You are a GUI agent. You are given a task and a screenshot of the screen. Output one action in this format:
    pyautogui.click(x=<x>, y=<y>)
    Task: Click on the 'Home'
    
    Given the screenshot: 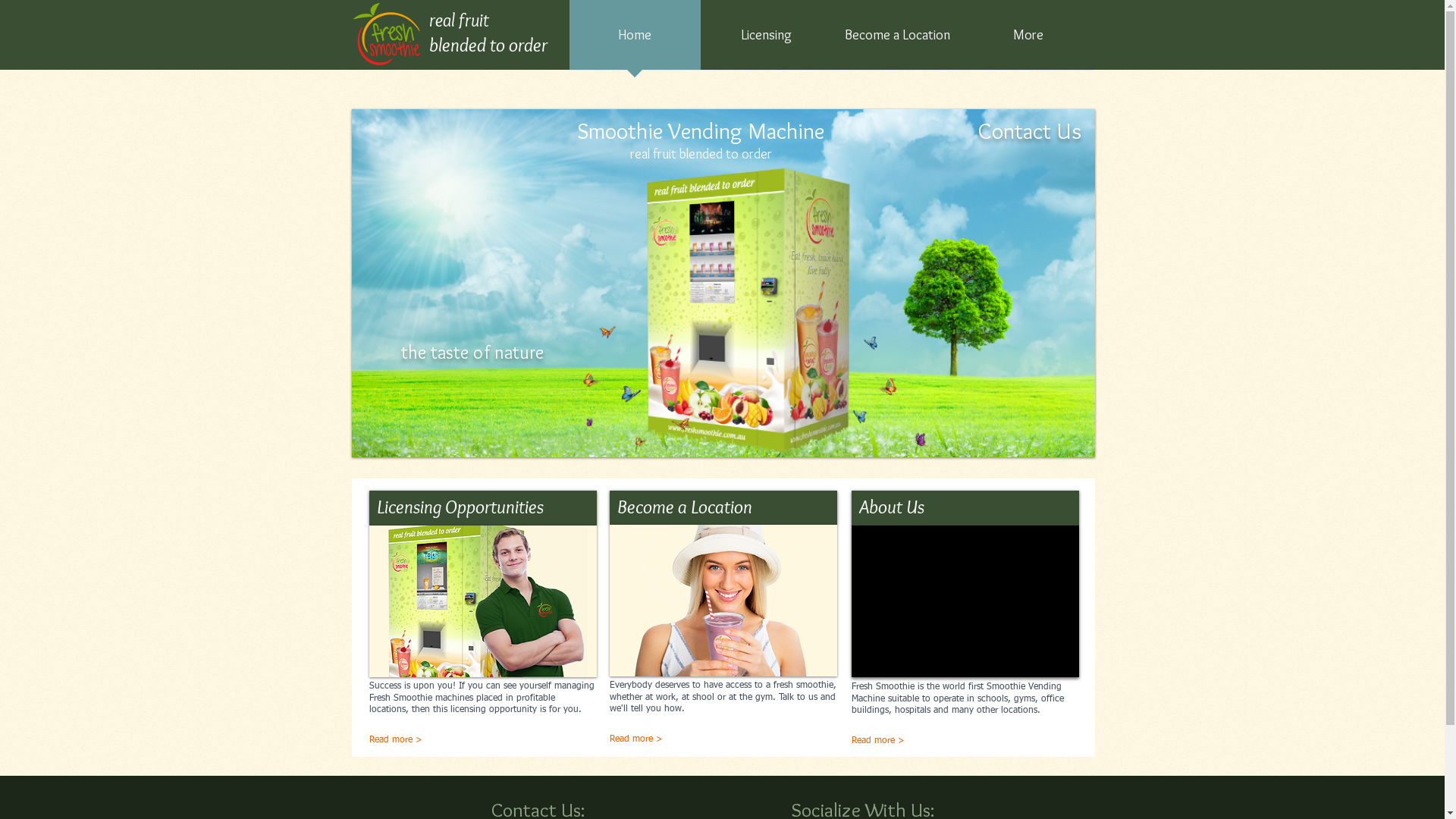 What is the action you would take?
    pyautogui.click(x=634, y=39)
    